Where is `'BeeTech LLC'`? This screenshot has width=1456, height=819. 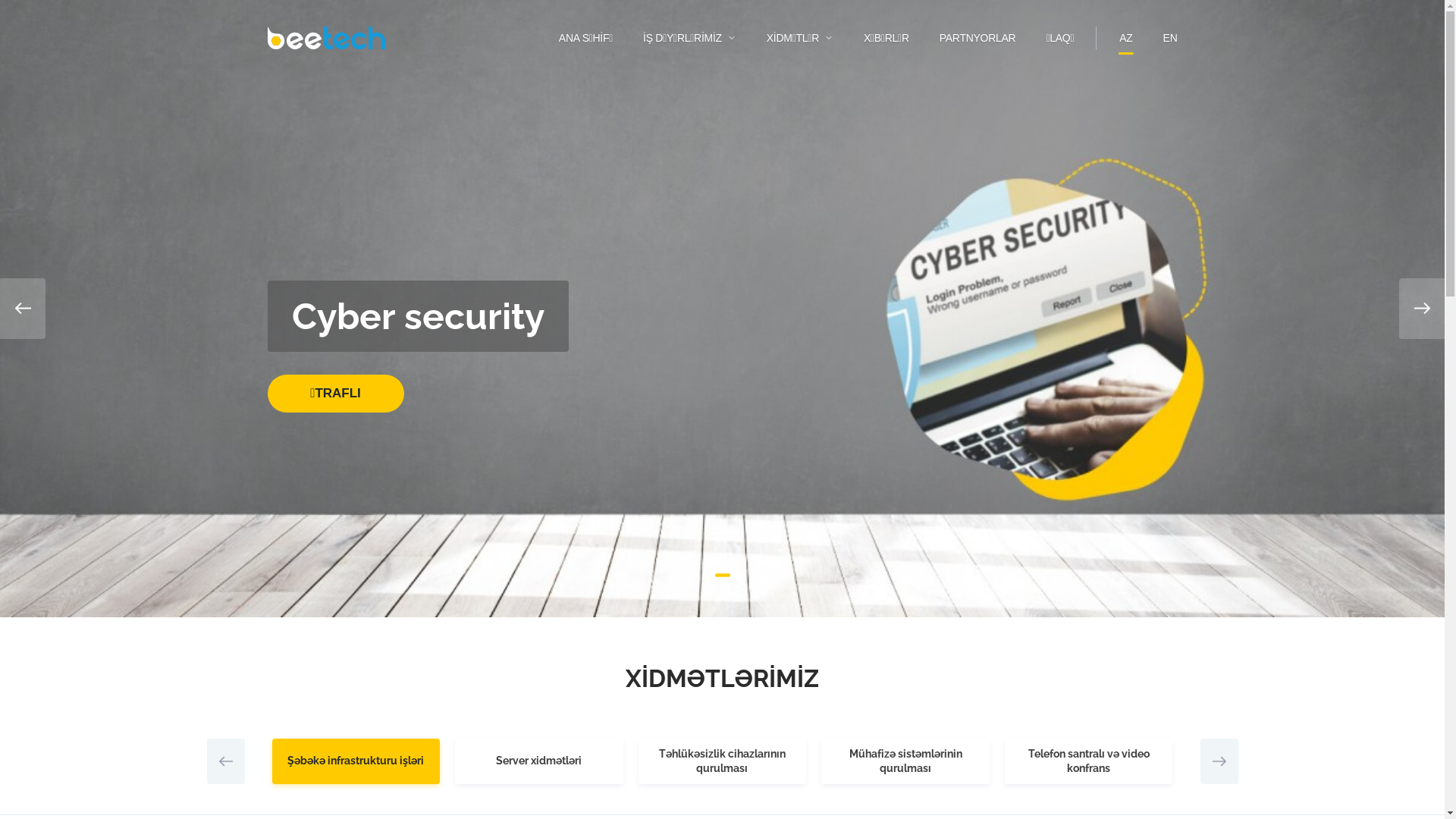 'BeeTech LLC' is located at coordinates (325, 37).